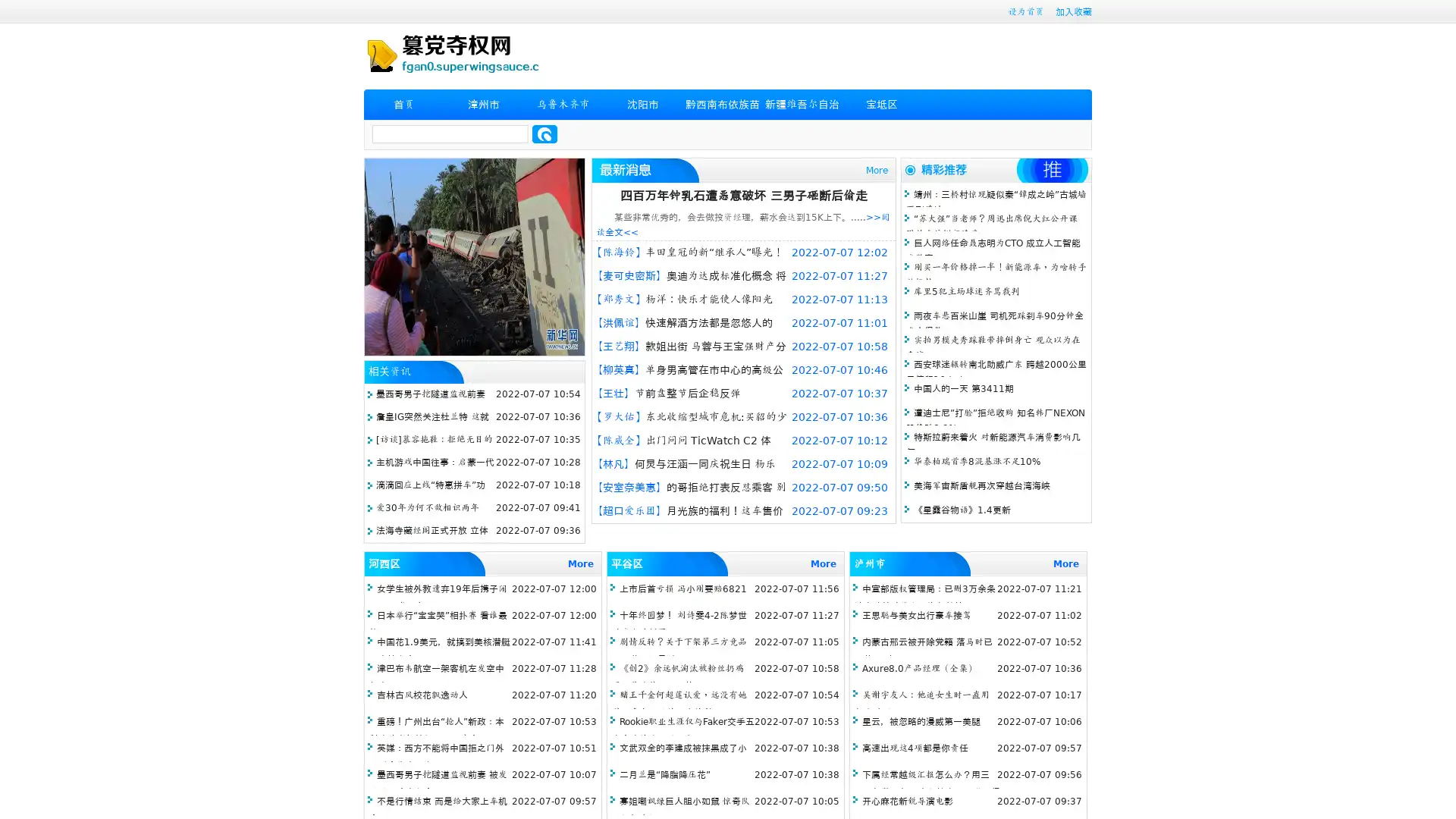 This screenshot has height=819, width=1456. Describe the element at coordinates (544, 133) in the screenshot. I see `Search` at that location.